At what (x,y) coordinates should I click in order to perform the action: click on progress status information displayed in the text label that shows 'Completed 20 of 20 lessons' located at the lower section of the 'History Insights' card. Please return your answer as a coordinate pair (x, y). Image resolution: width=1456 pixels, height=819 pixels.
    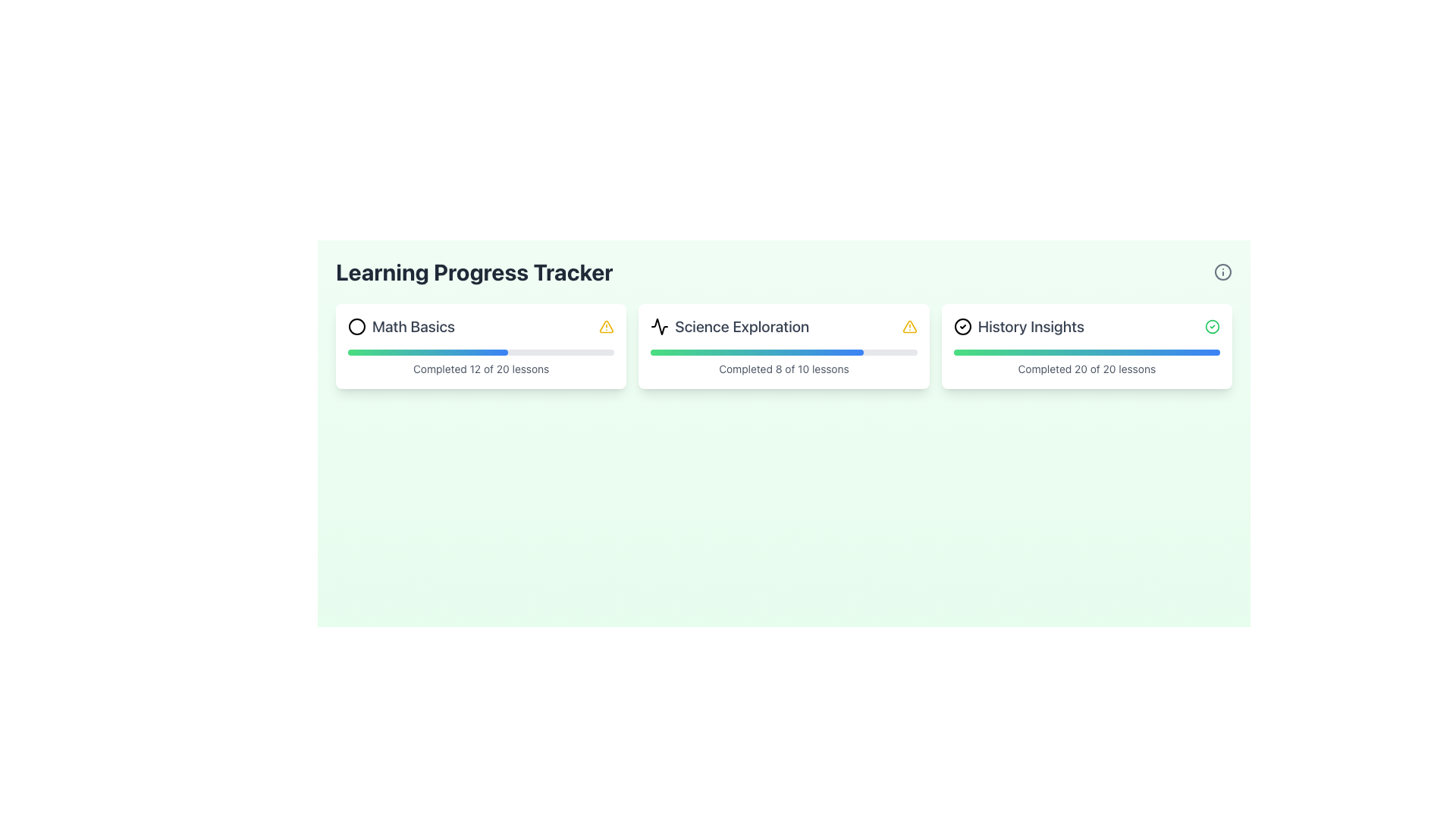
    Looking at the image, I should click on (1086, 369).